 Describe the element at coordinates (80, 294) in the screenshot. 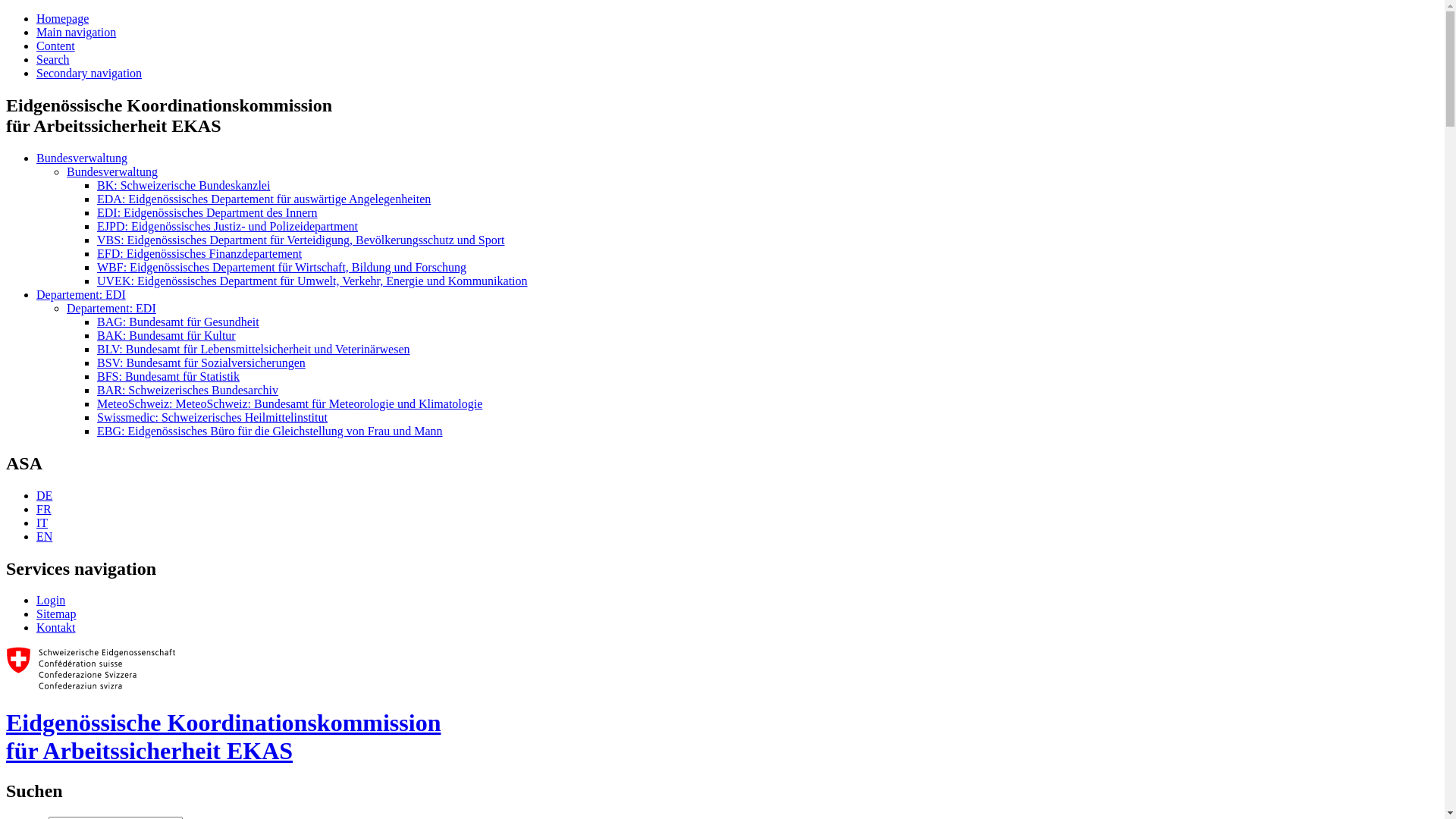

I see `'Departement: EDI'` at that location.